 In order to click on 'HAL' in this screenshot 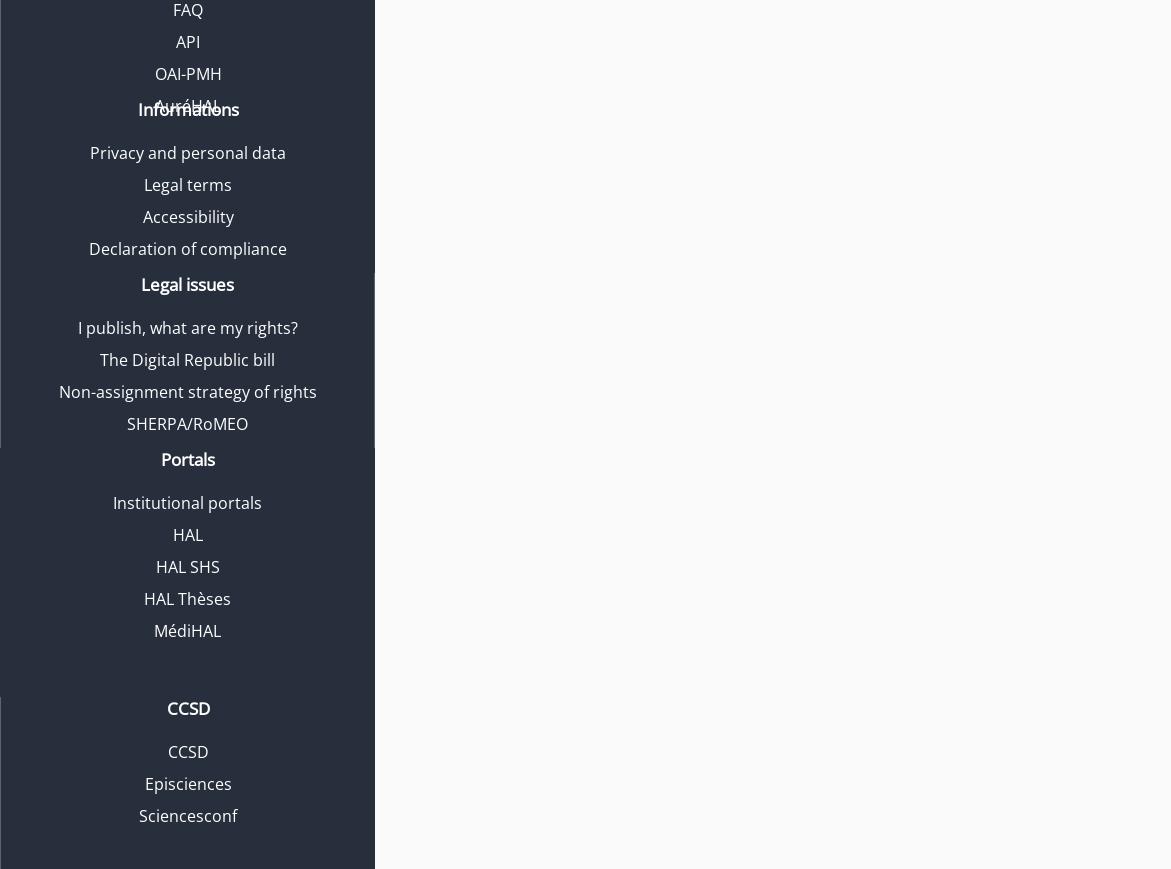, I will do `click(186, 535)`.